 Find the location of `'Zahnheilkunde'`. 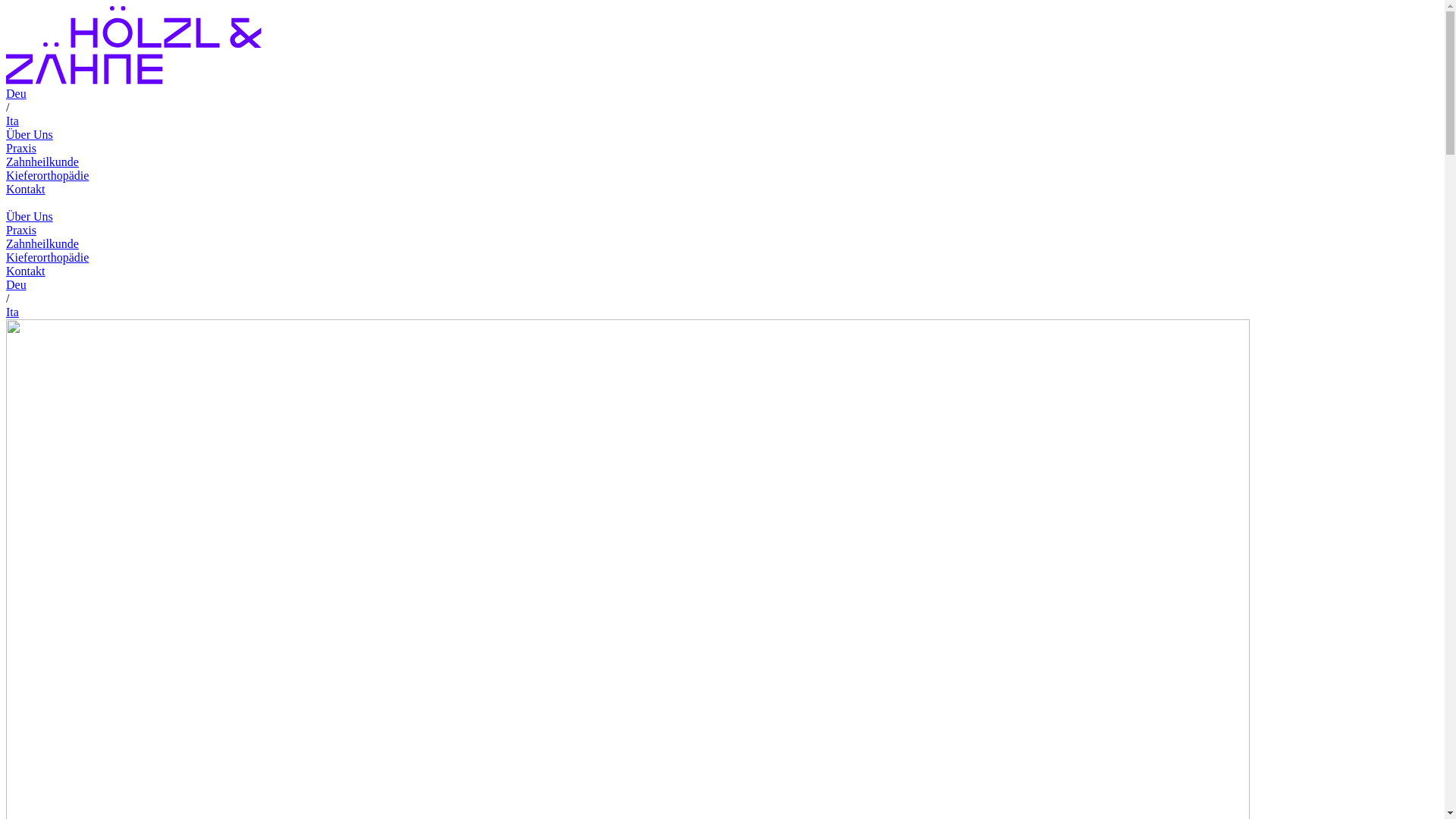

'Zahnheilkunde' is located at coordinates (42, 162).